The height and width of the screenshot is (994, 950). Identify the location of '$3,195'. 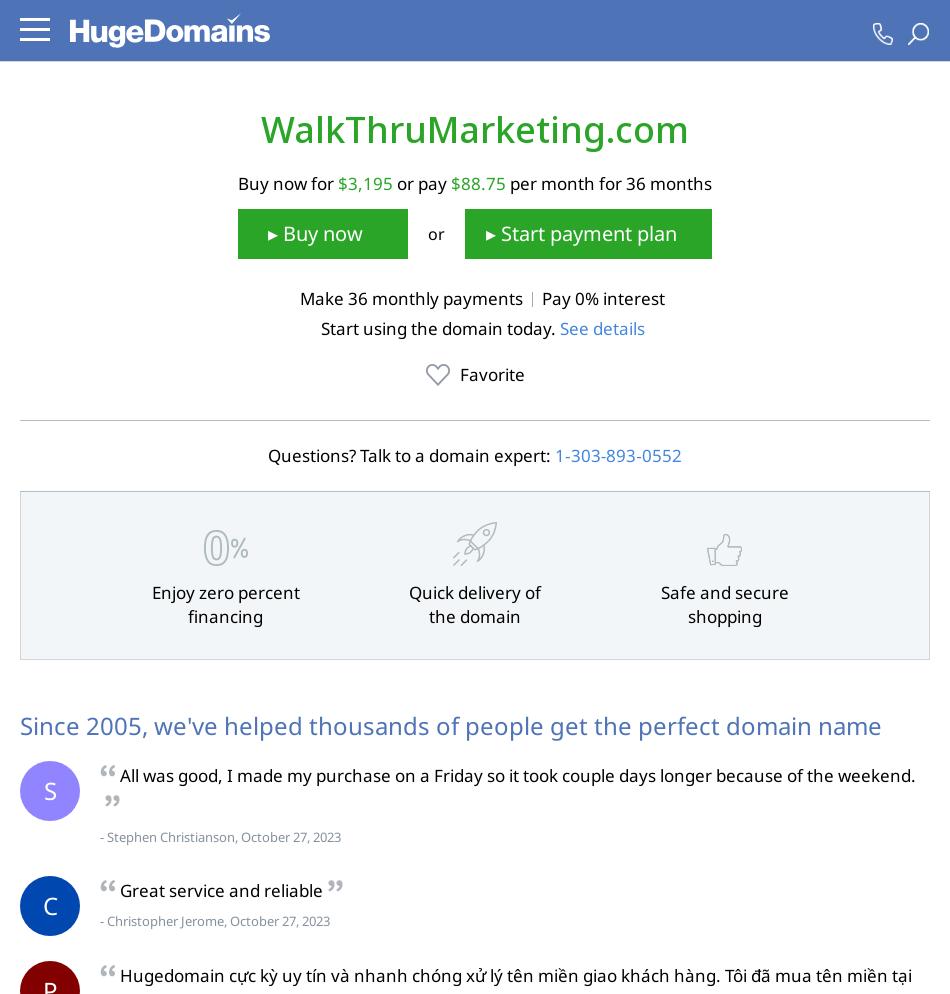
(364, 181).